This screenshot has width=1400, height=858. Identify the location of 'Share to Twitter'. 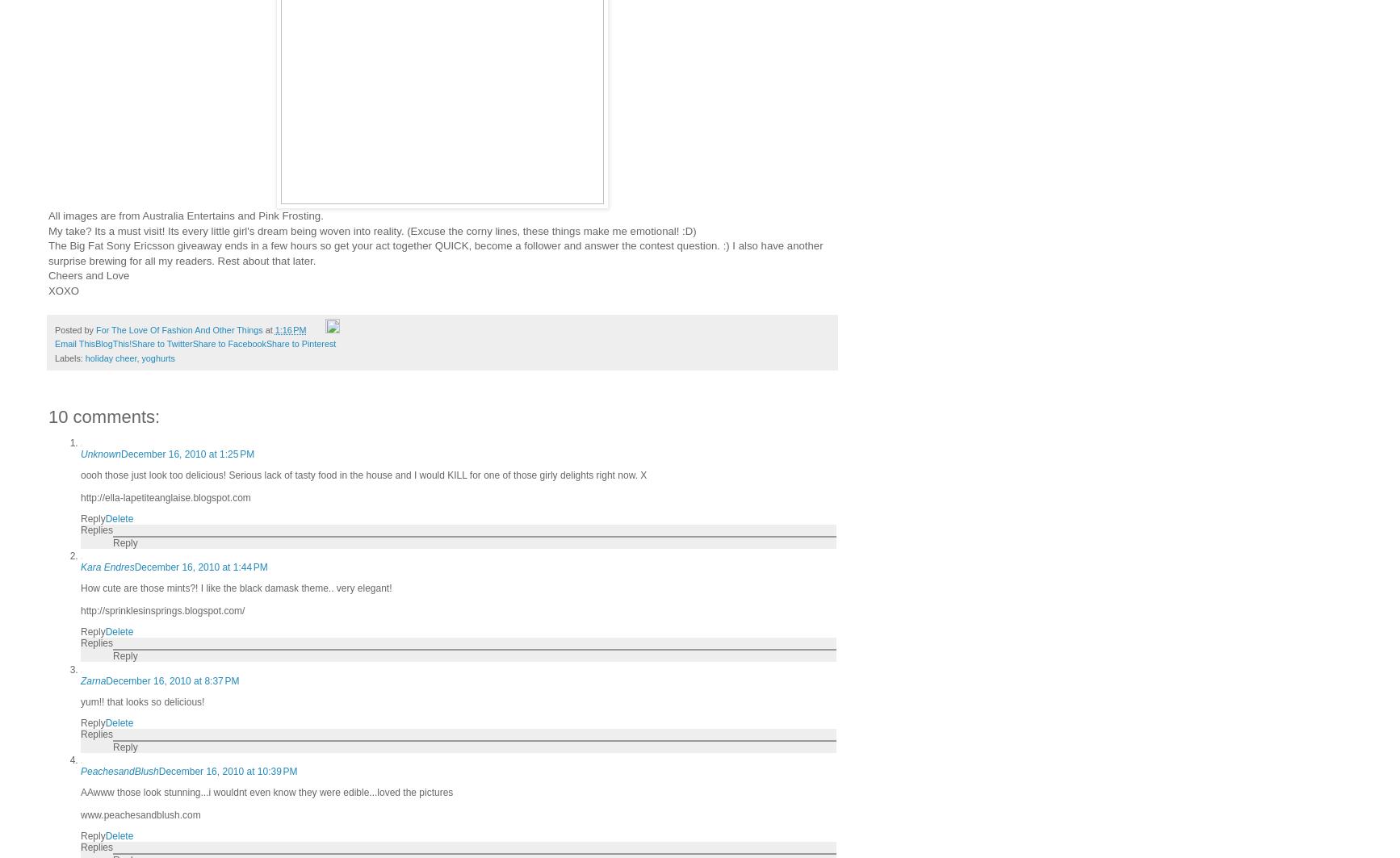
(161, 344).